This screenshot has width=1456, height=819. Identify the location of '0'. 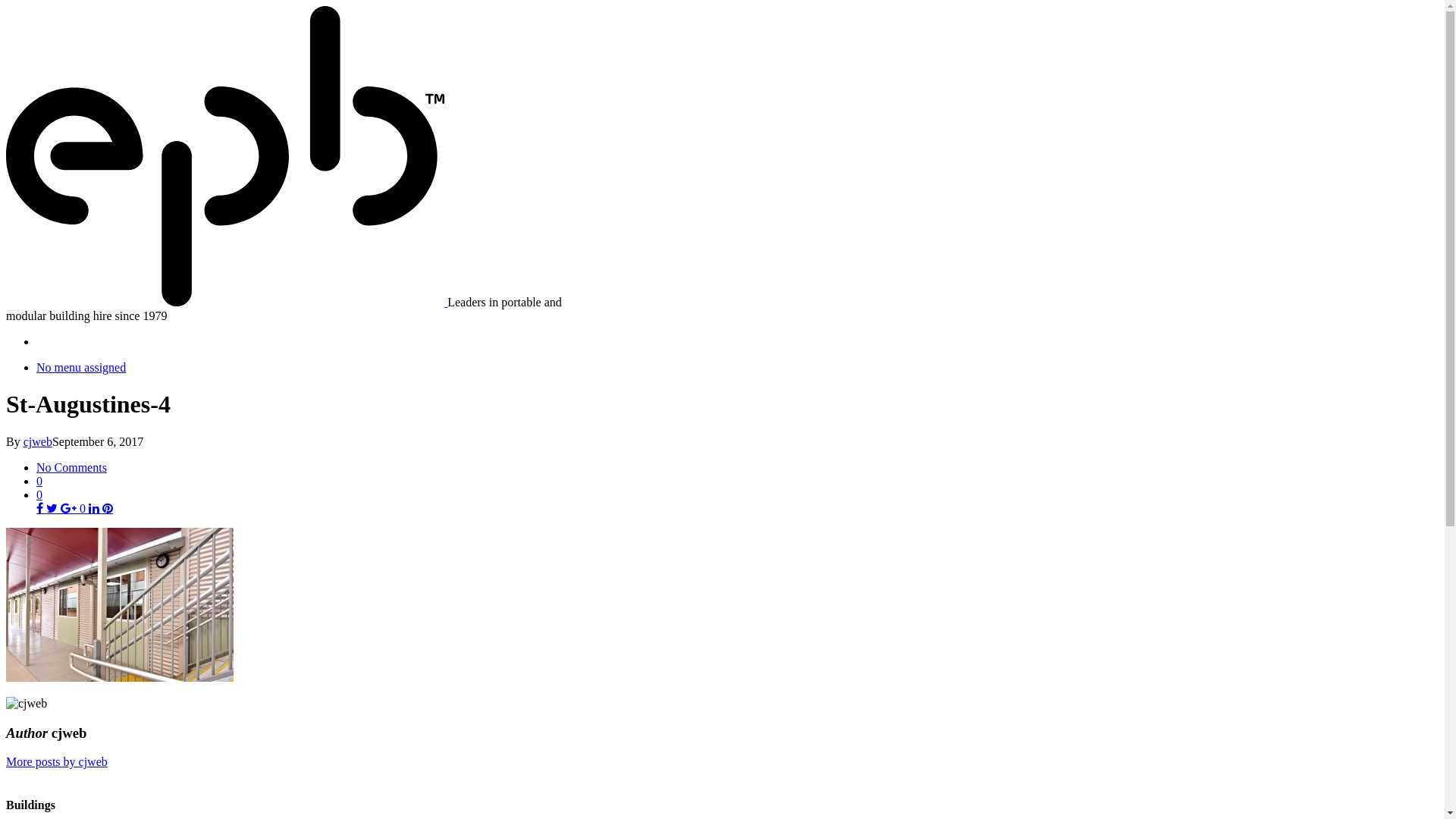
(72, 508).